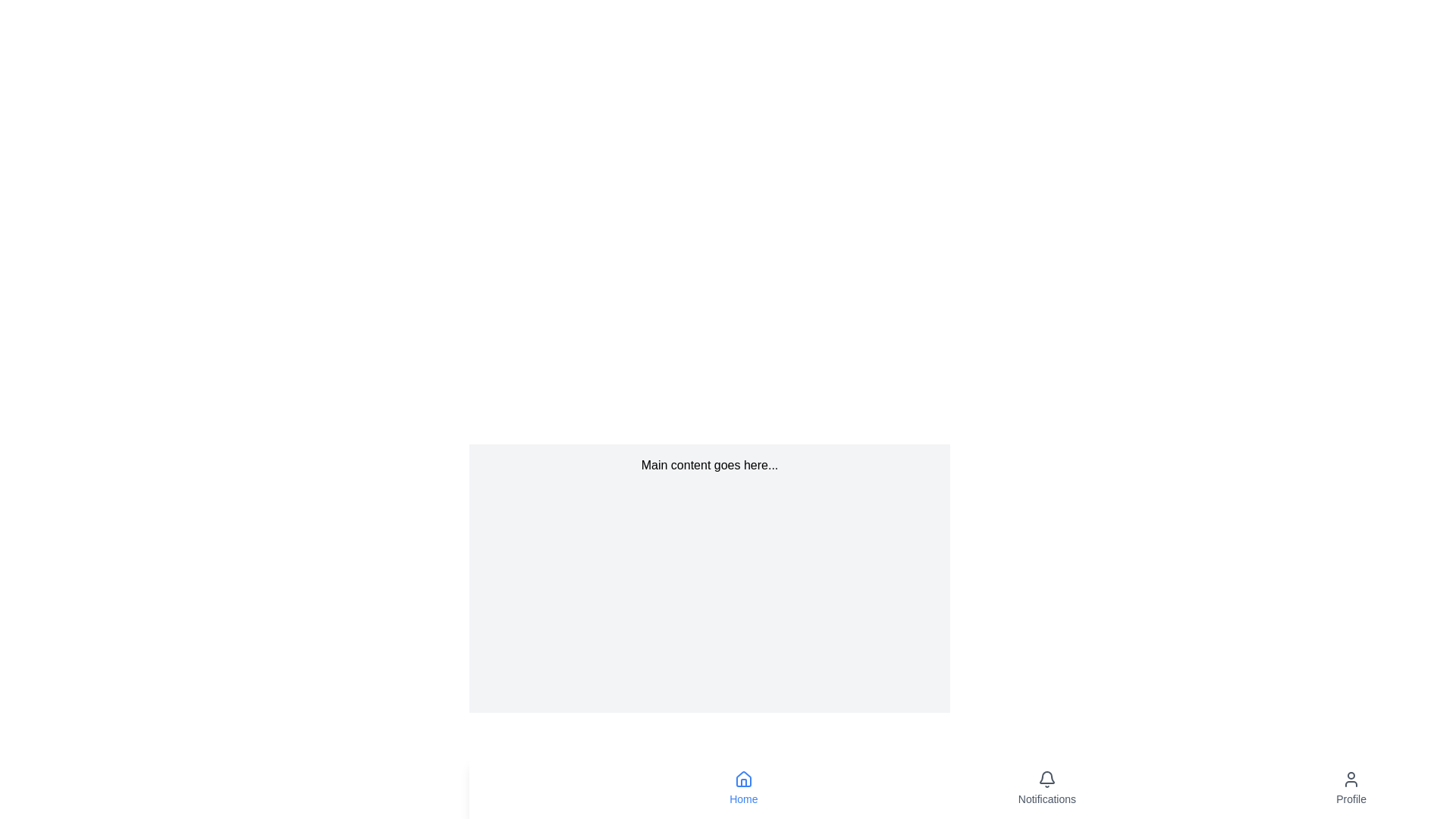 The width and height of the screenshot is (1456, 819). I want to click on the leftmost navigation icon in the bottom navigation bar, so click(743, 780).